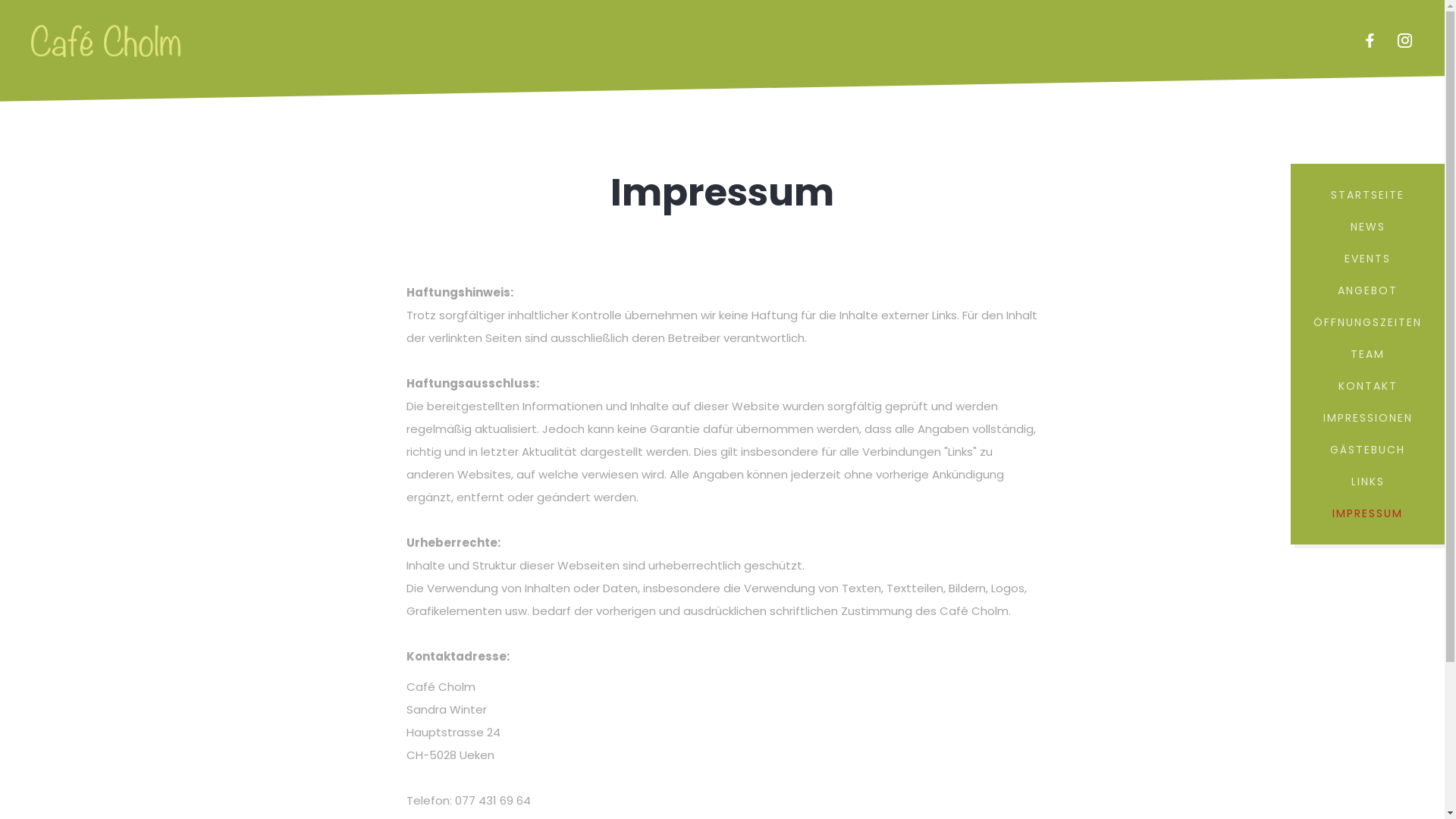 The image size is (1456, 819). What do you see at coordinates (1367, 482) in the screenshot?
I see `'LINKS'` at bounding box center [1367, 482].